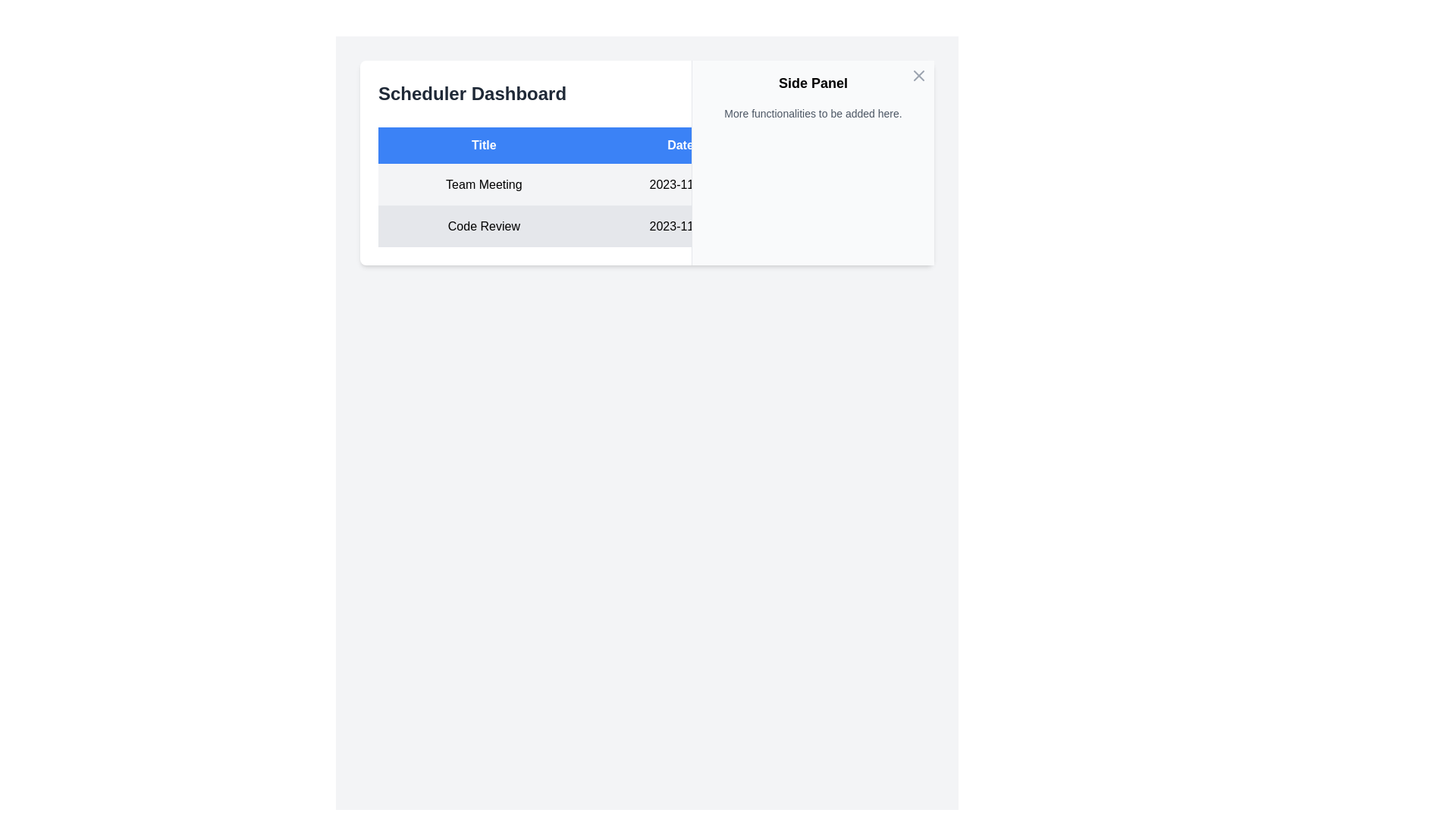 The height and width of the screenshot is (819, 1456). I want to click on the second row in the table under the 'Scheduler Dashboard' section that displays 'Code Review' and the date '2023-11-12', so click(647, 226).